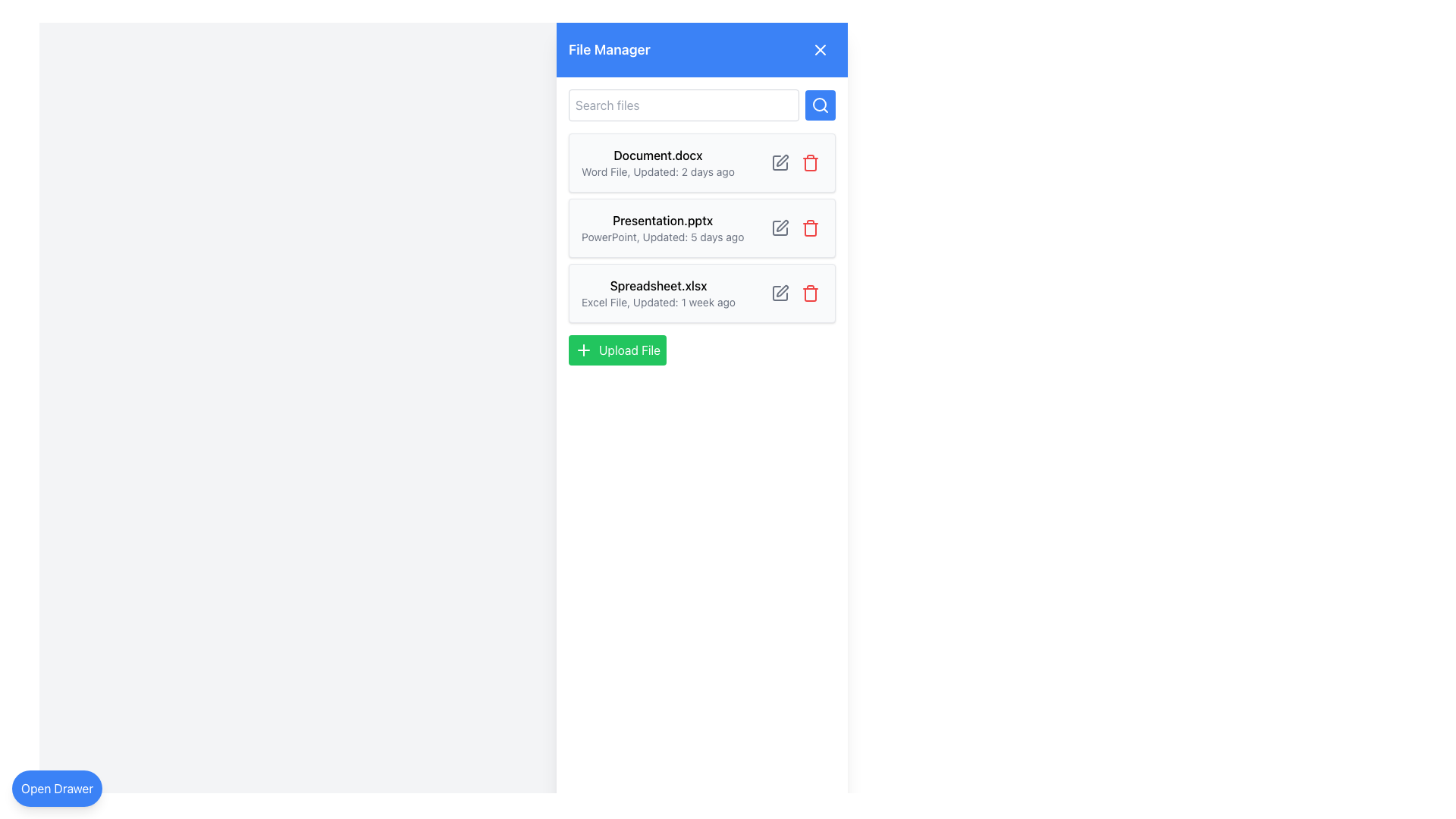 Image resolution: width=1456 pixels, height=819 pixels. Describe the element at coordinates (617, 350) in the screenshot. I see `the upload button located at the bottom of the file list in the File Manager interface to observe styling changes` at that location.